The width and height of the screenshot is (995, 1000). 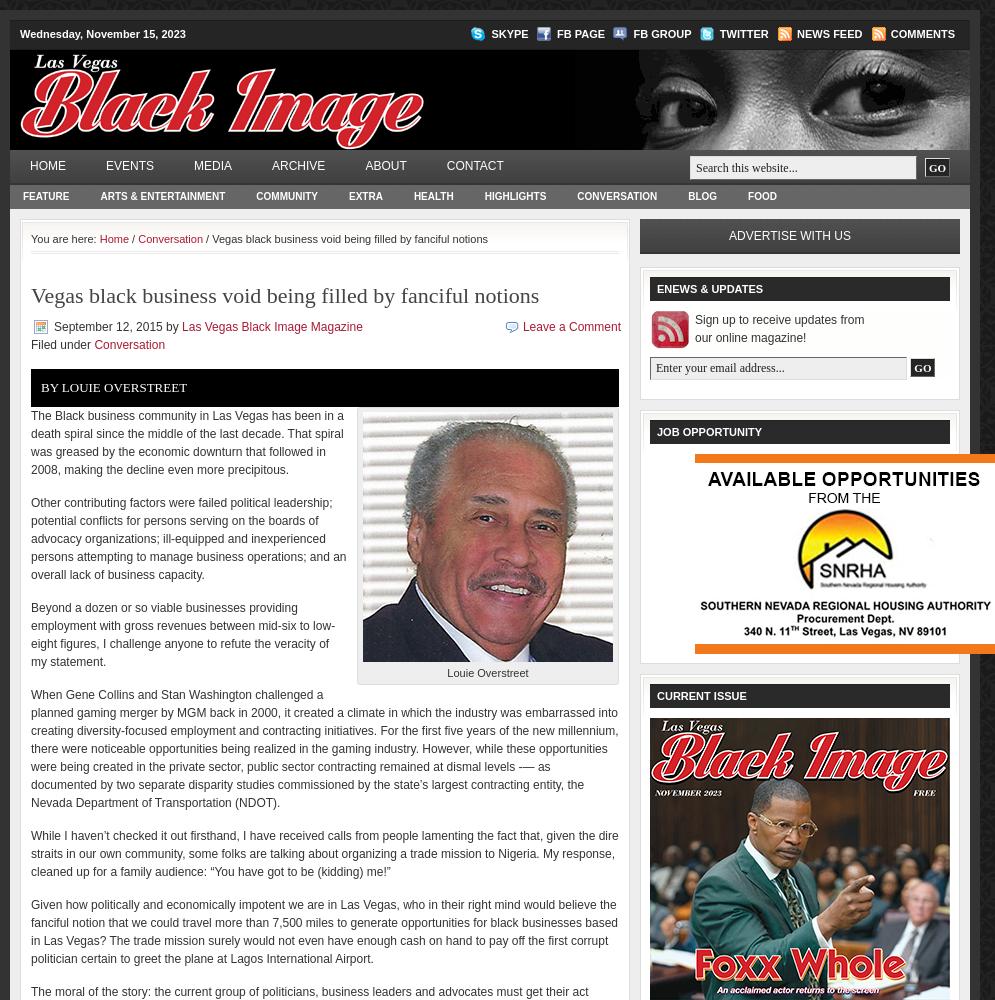 I want to click on 'Las Vegas Black Image Magazine', so click(x=271, y=326).